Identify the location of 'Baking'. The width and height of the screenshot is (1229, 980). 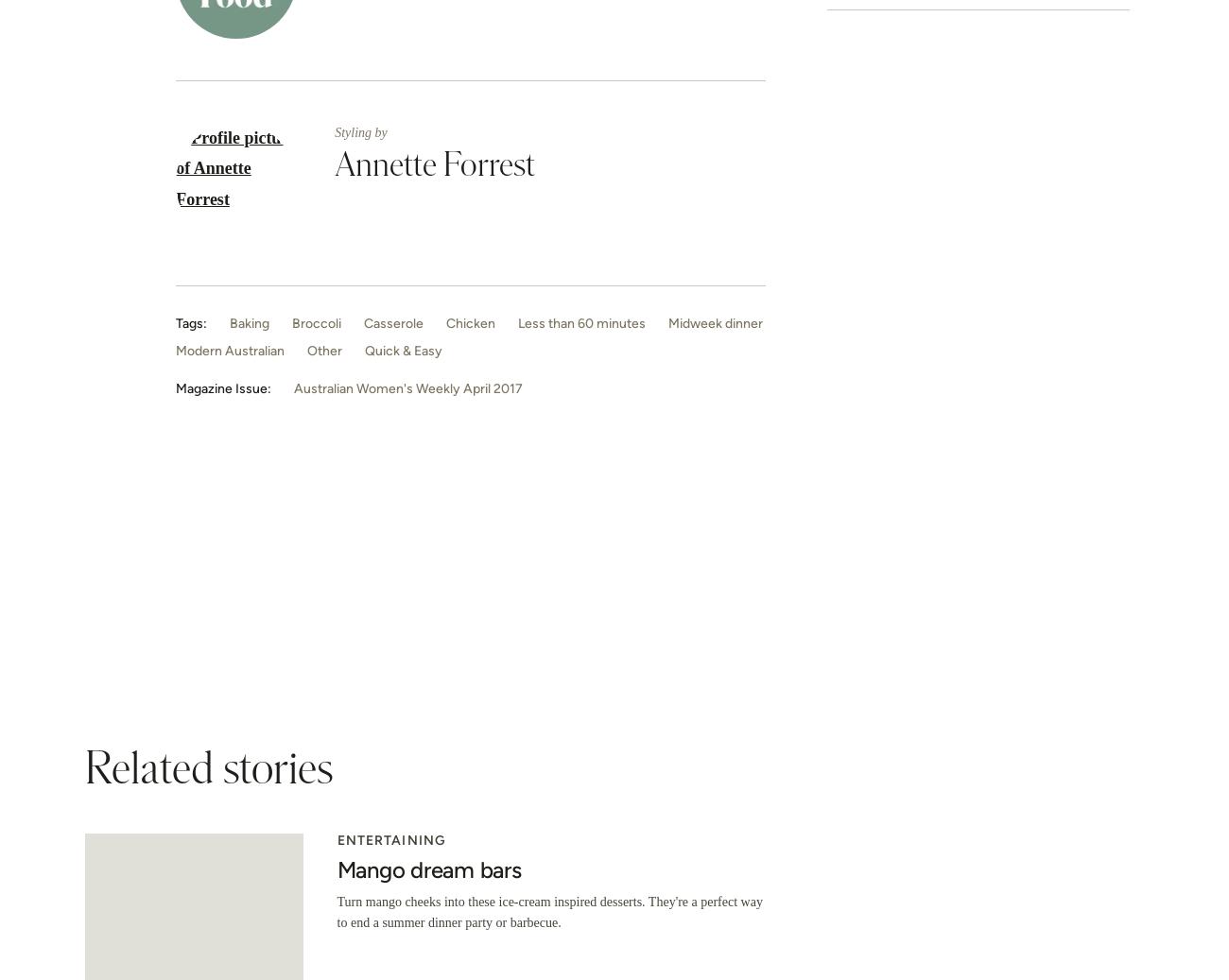
(249, 321).